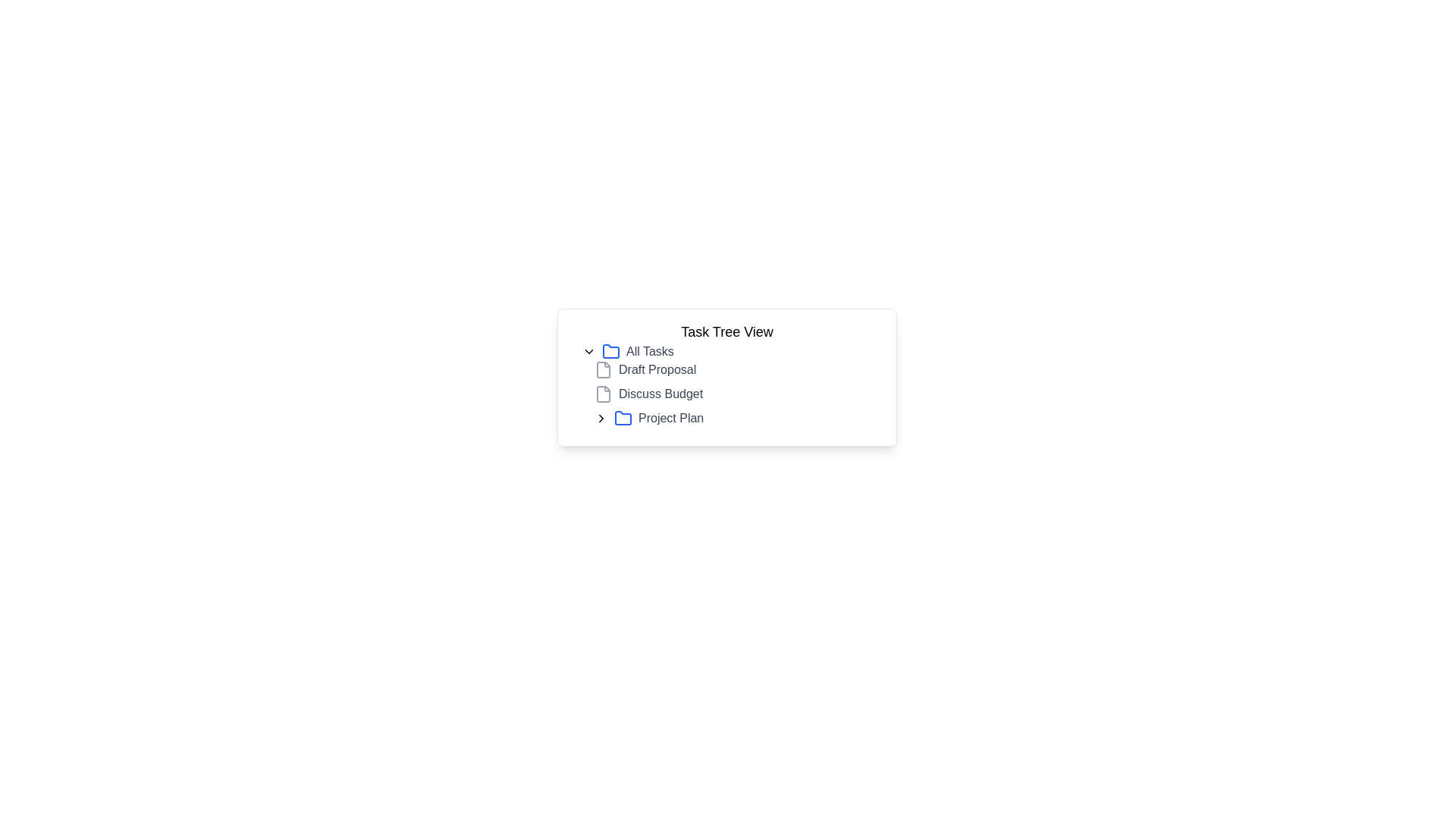  What do you see at coordinates (661, 394) in the screenshot?
I see `the content associated with the third text label under the 'All Tasks' node in the 'Task Tree View'` at bounding box center [661, 394].